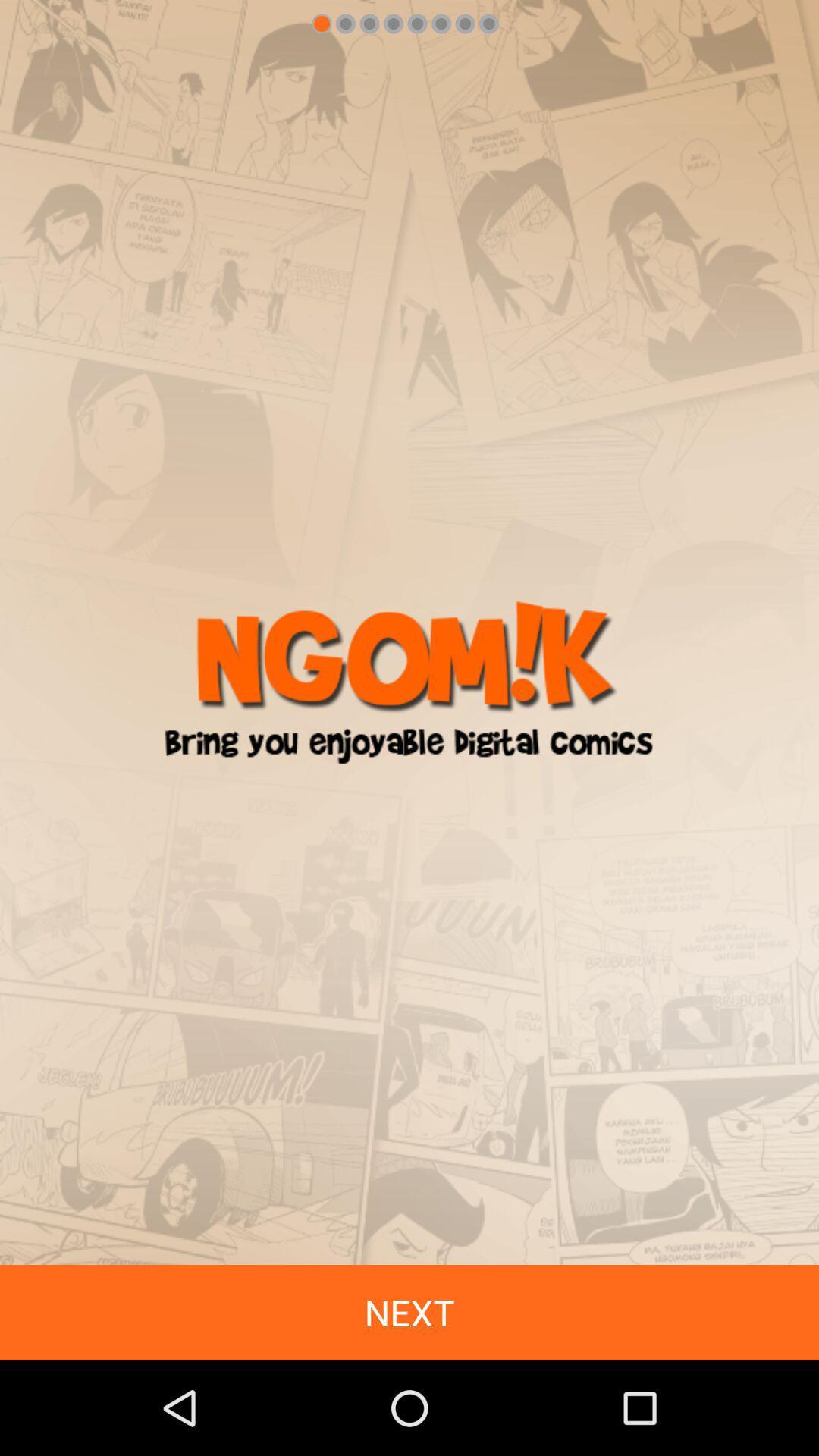  Describe the element at coordinates (409, 1312) in the screenshot. I see `the next icon` at that location.